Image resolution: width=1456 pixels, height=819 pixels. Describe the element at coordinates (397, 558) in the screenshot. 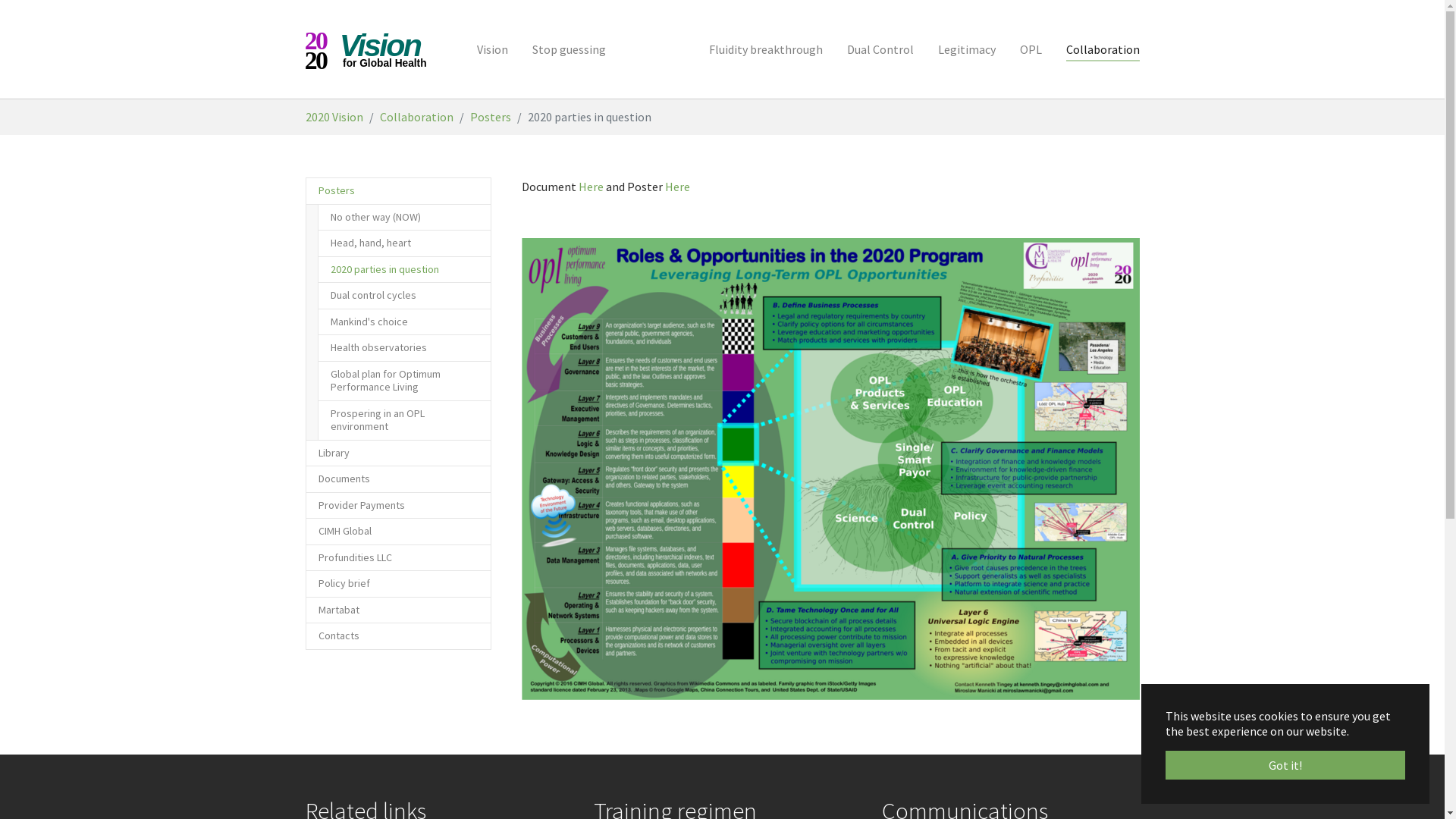

I see `'Profundities LLC'` at that location.